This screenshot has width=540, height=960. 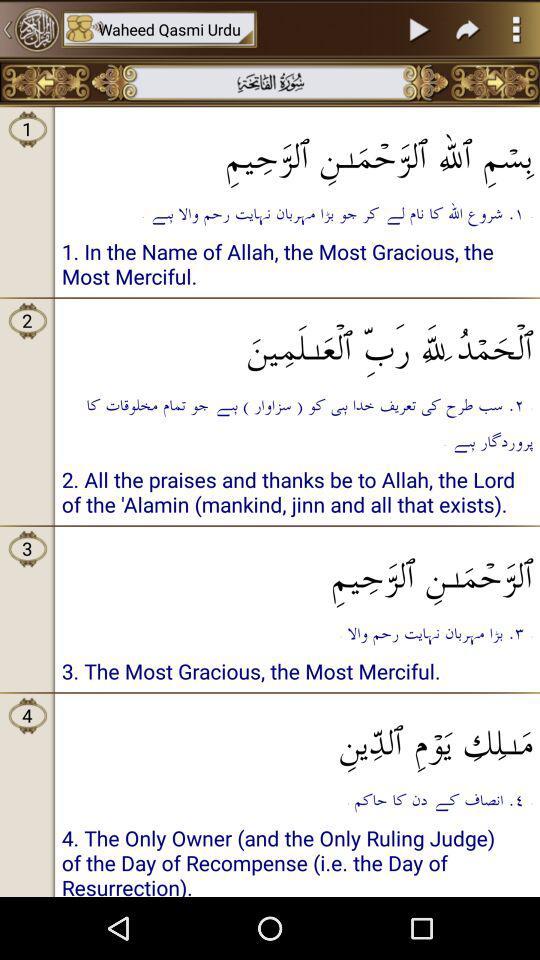 I want to click on the redo icon, so click(x=468, y=30).